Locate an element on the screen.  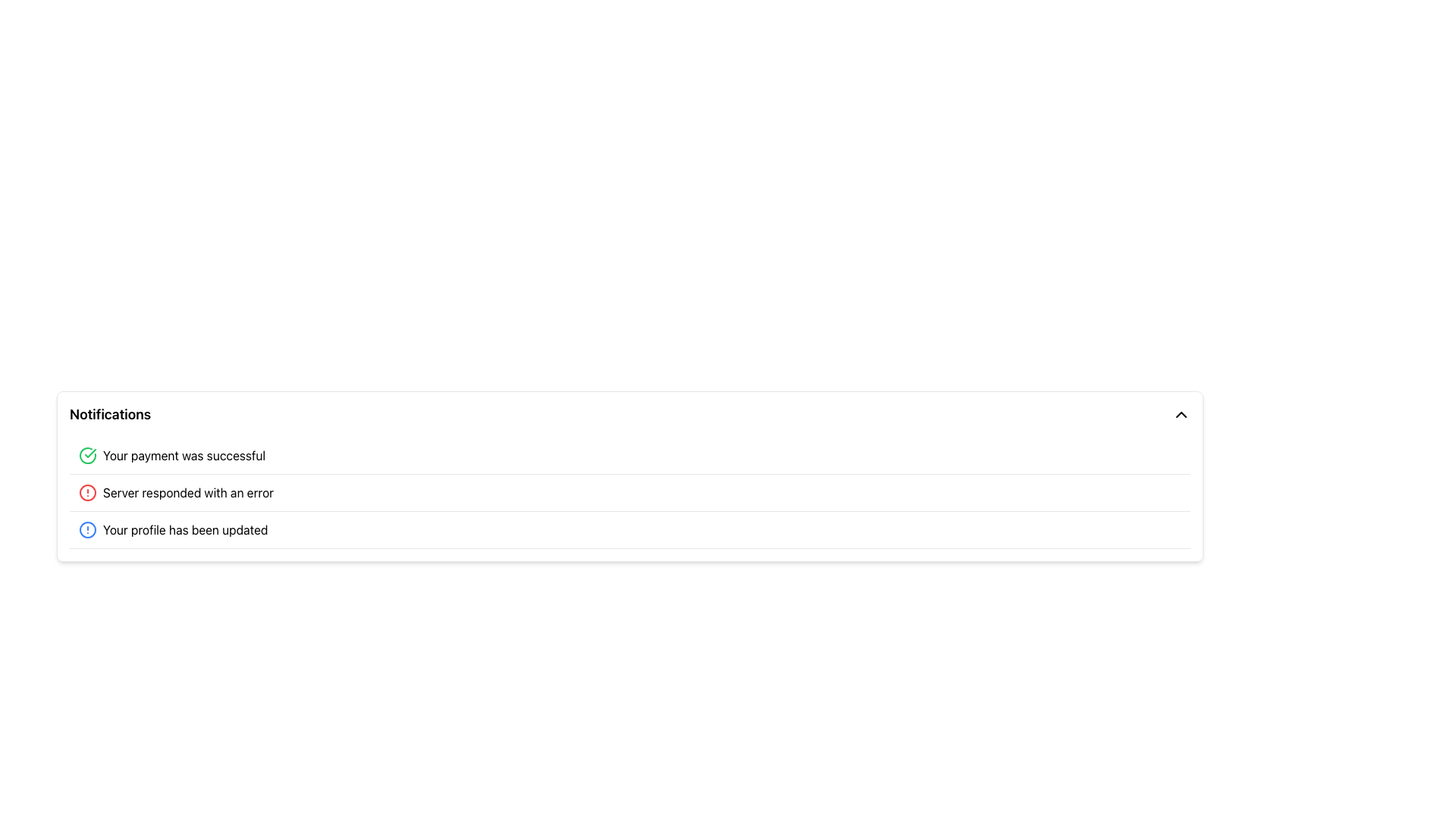
the second Notification List Item that displays the message 'Server responded with an error', which is visually distinct with a red circular warning icon on its left is located at coordinates (629, 493).